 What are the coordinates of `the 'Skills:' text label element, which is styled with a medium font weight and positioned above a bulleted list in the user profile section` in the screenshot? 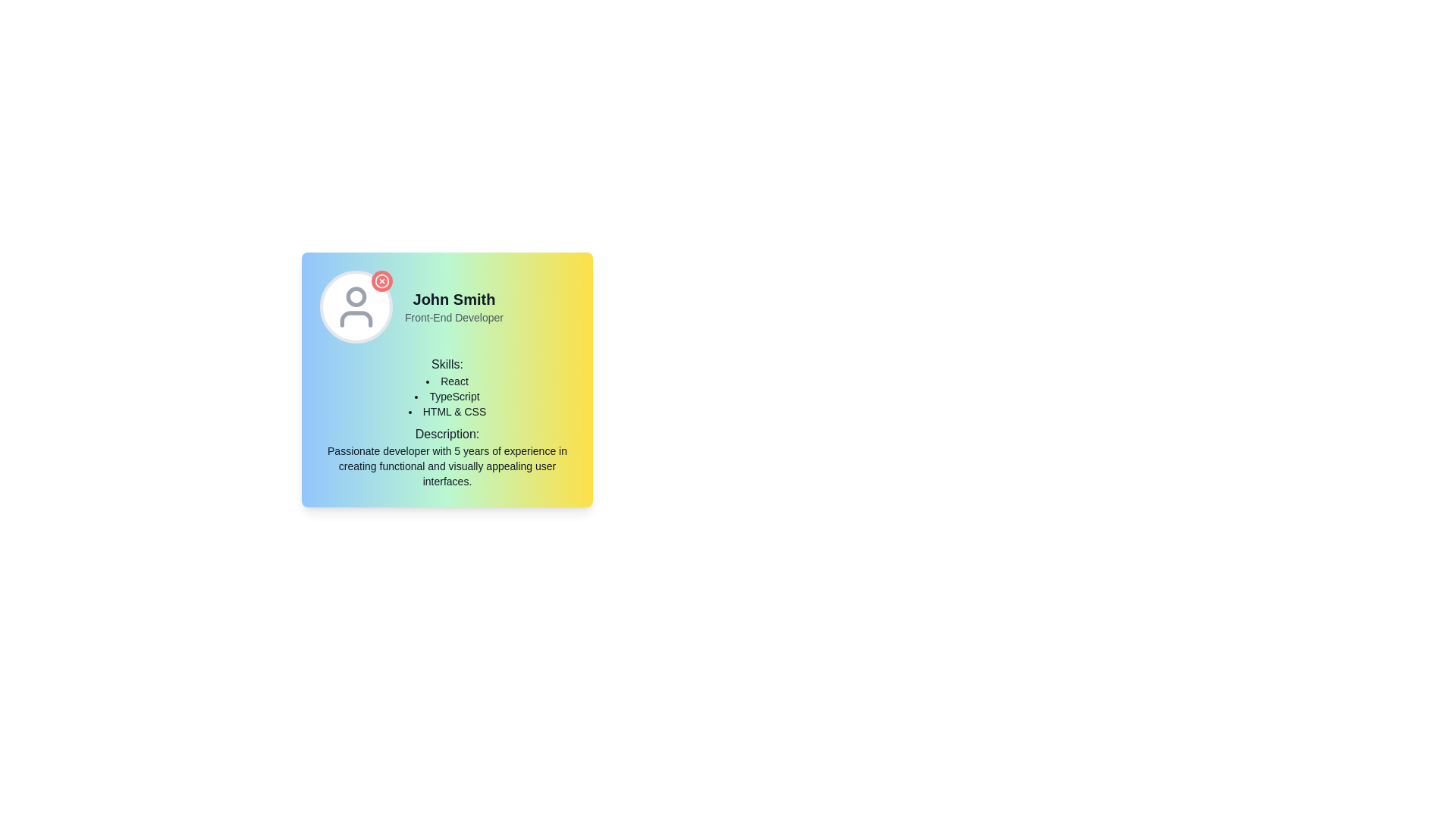 It's located at (447, 365).